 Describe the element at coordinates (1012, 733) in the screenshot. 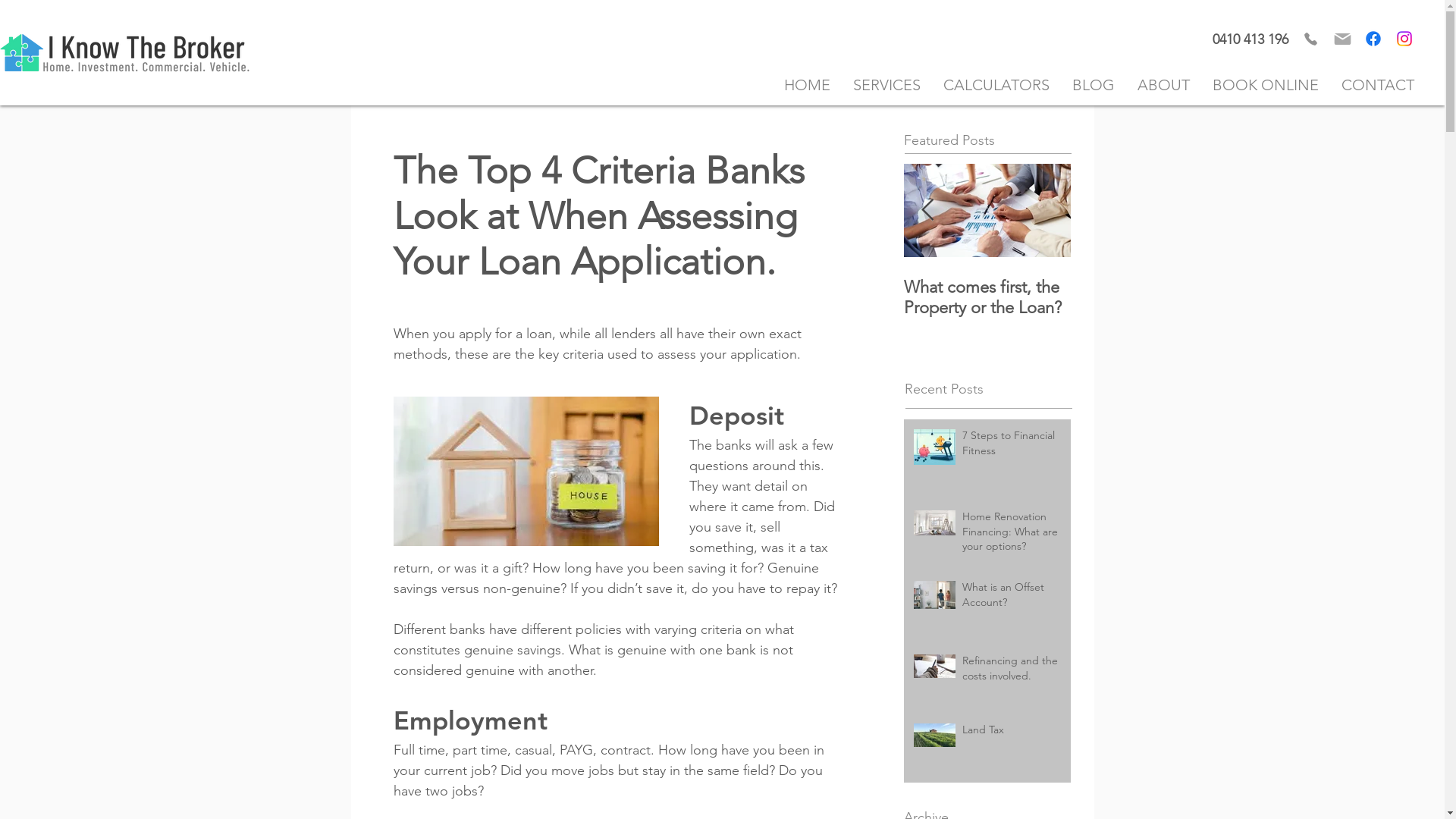

I see `'Land Tax'` at that location.